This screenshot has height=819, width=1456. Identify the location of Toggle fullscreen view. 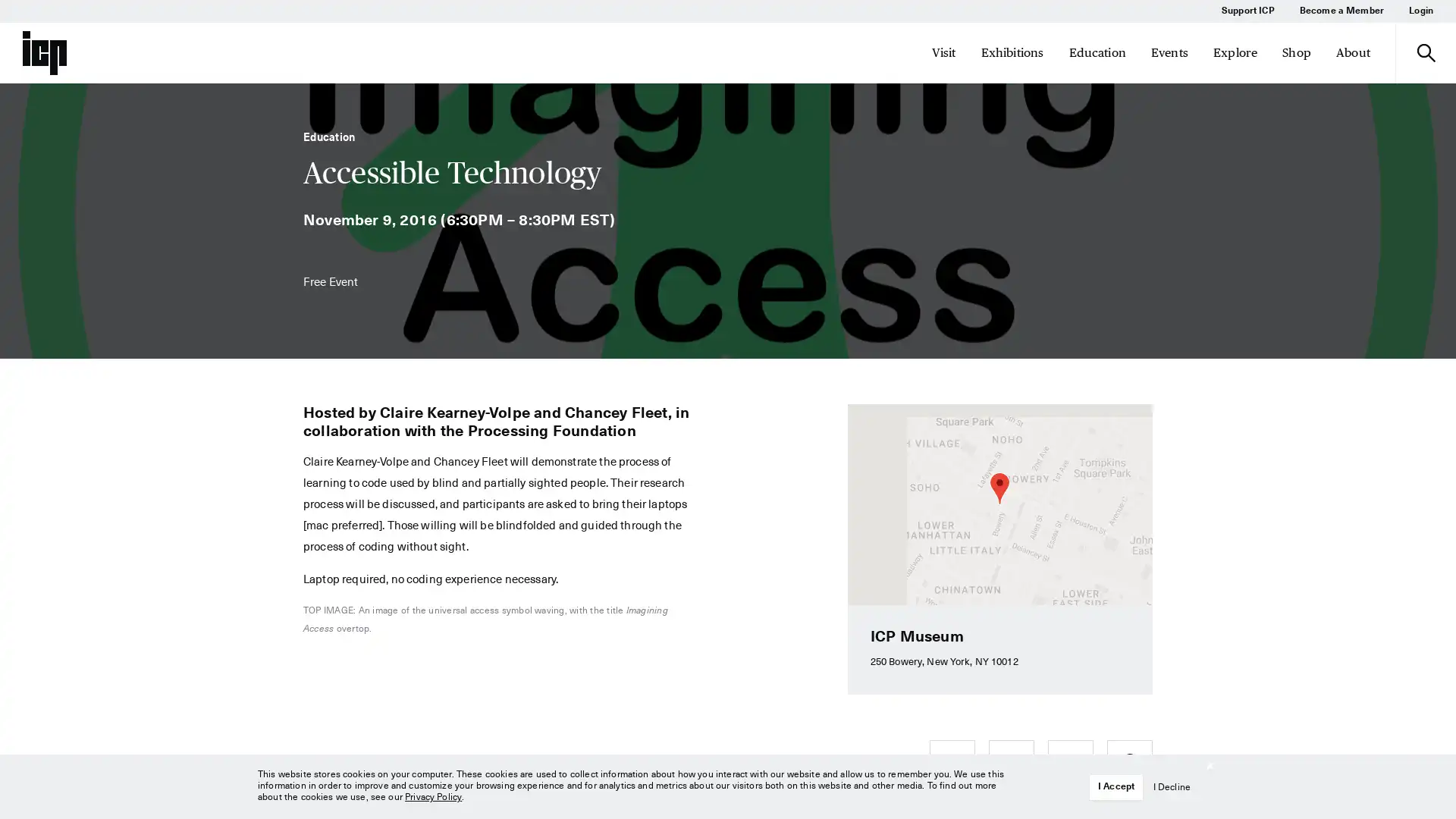
(1128, 427).